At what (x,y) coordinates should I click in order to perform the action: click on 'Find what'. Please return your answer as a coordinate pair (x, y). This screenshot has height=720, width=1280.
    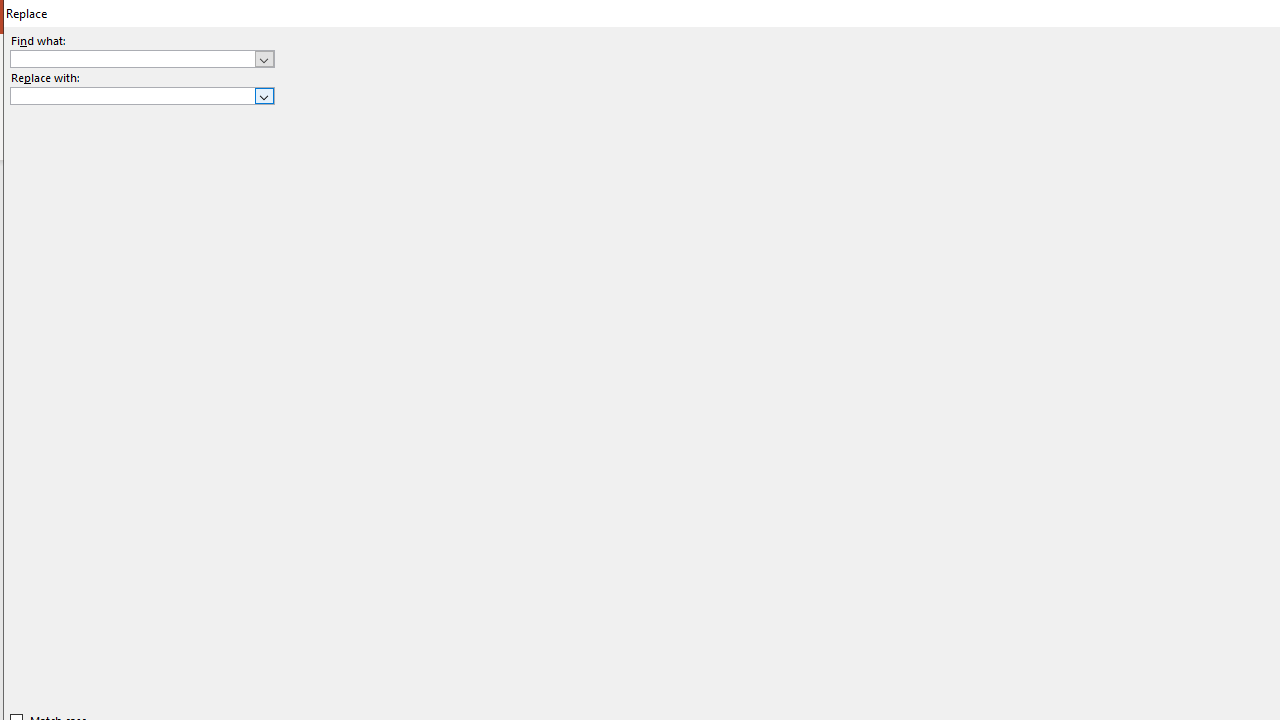
    Looking at the image, I should click on (132, 58).